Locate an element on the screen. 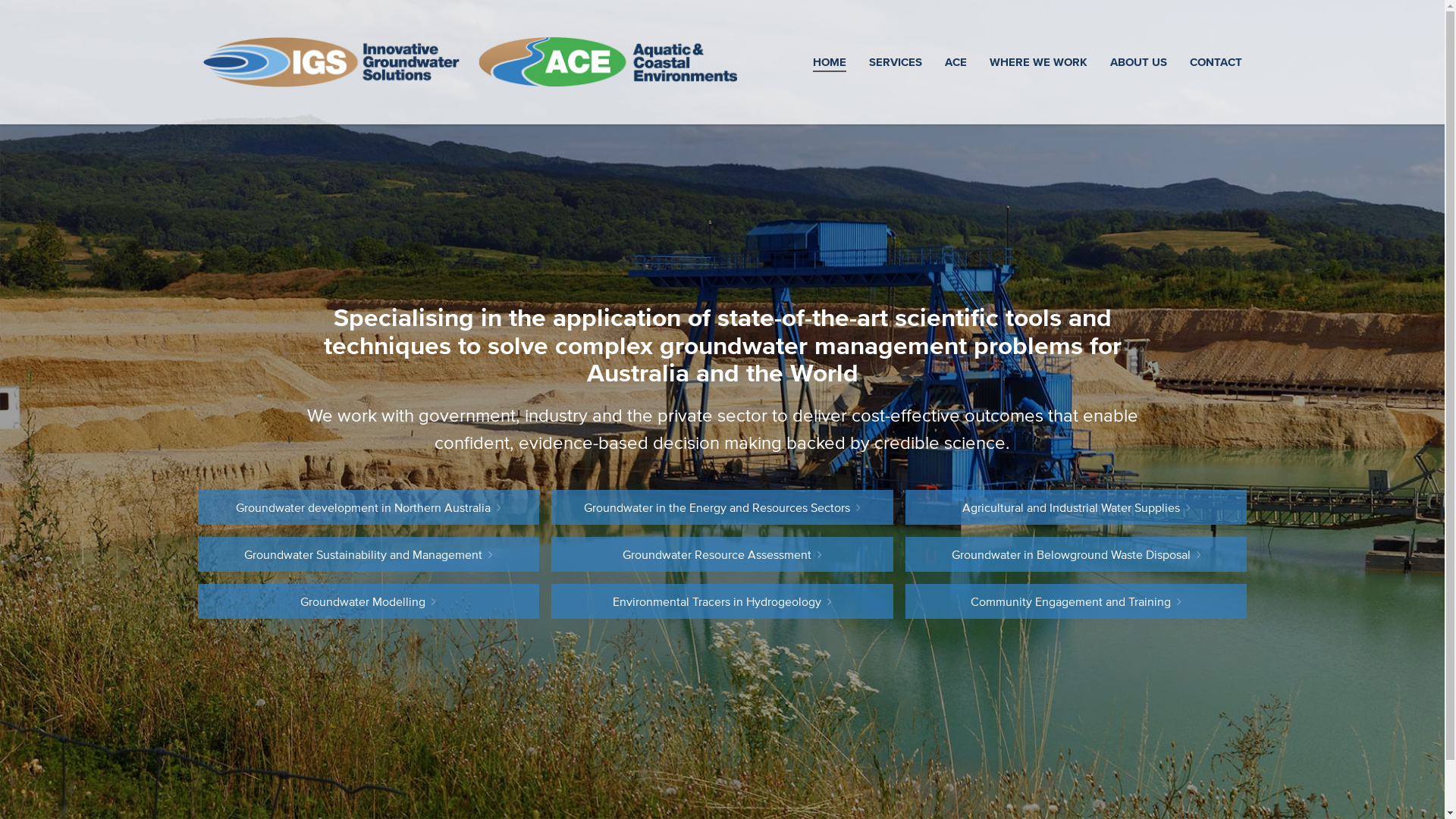  'Community Engagement and Training  ' is located at coordinates (1075, 601).